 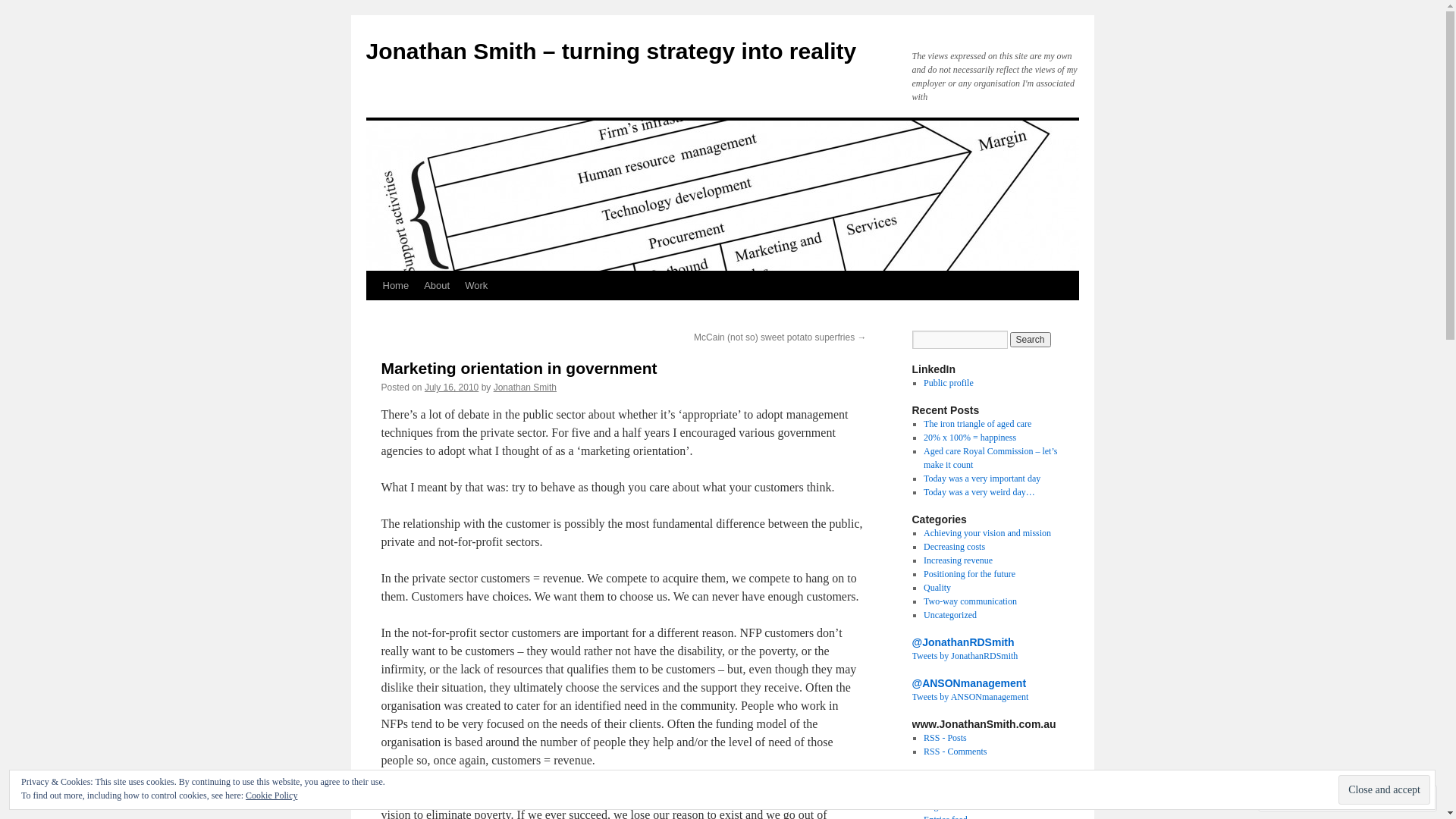 I want to click on 'Marketing orientation in government', so click(x=519, y=368).